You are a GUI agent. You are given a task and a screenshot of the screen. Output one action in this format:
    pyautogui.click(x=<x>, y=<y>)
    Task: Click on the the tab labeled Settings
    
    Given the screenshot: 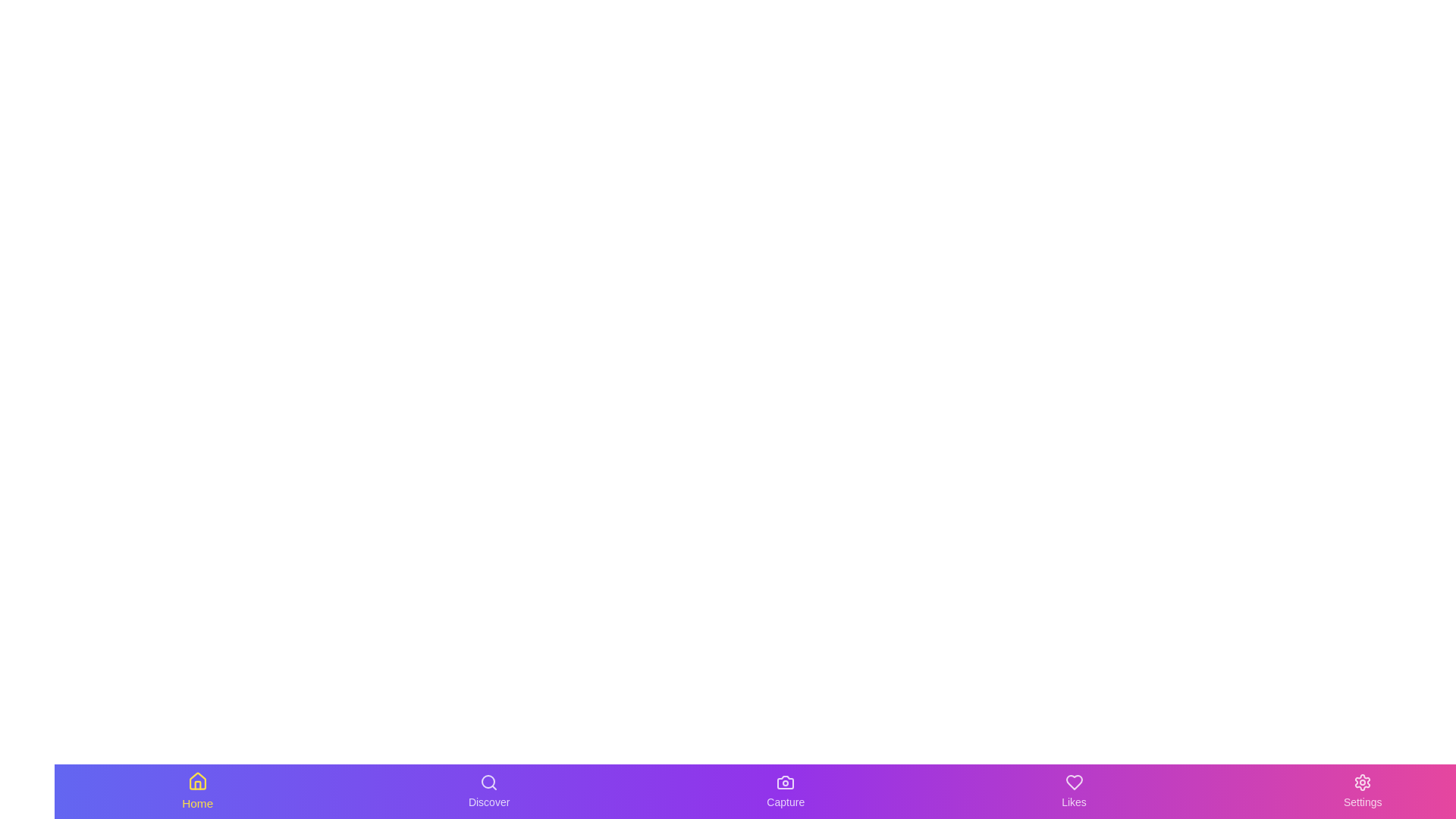 What is the action you would take?
    pyautogui.click(x=1362, y=791)
    